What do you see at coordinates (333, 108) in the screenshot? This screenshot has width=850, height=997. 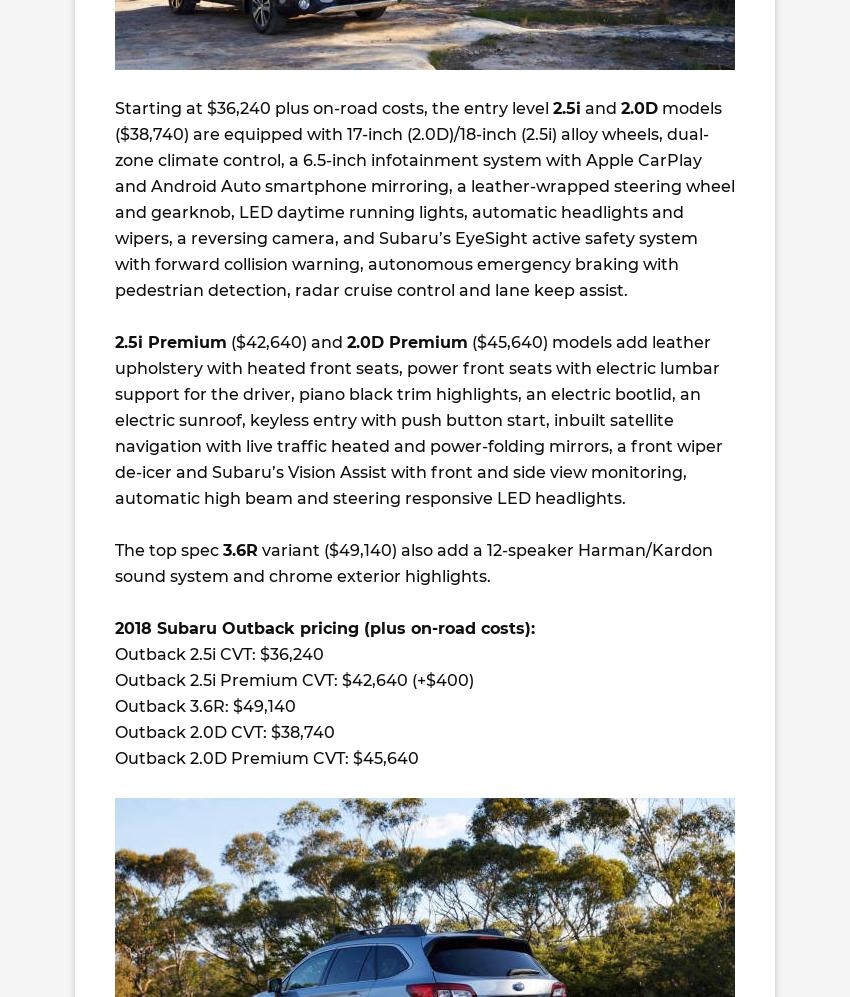 I see `'Starting at $36,240 plus on-road costs, the entry level'` at bounding box center [333, 108].